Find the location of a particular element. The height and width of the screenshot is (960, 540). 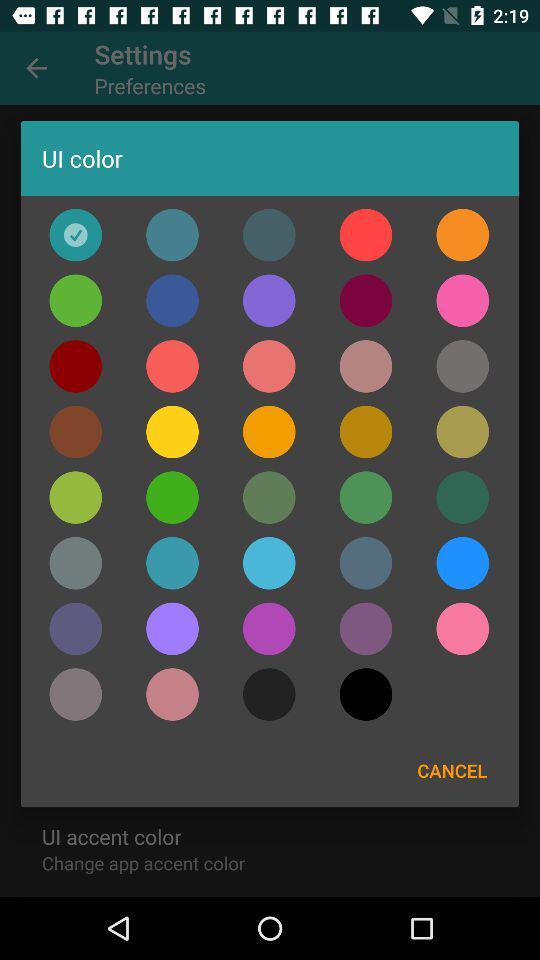

choose black color is located at coordinates (269, 694).